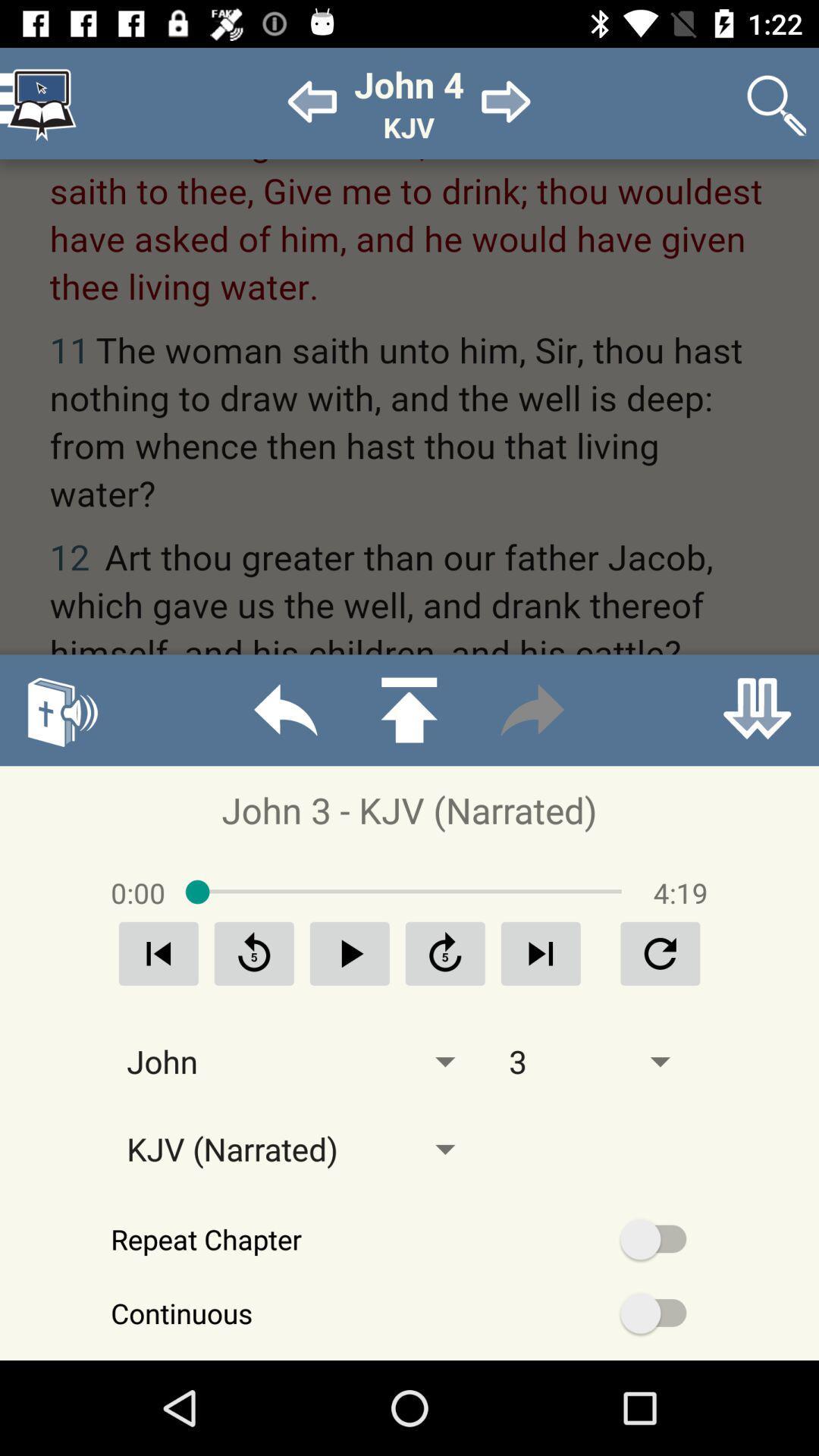 This screenshot has height=1456, width=819. I want to click on to maximize the page, so click(408, 709).